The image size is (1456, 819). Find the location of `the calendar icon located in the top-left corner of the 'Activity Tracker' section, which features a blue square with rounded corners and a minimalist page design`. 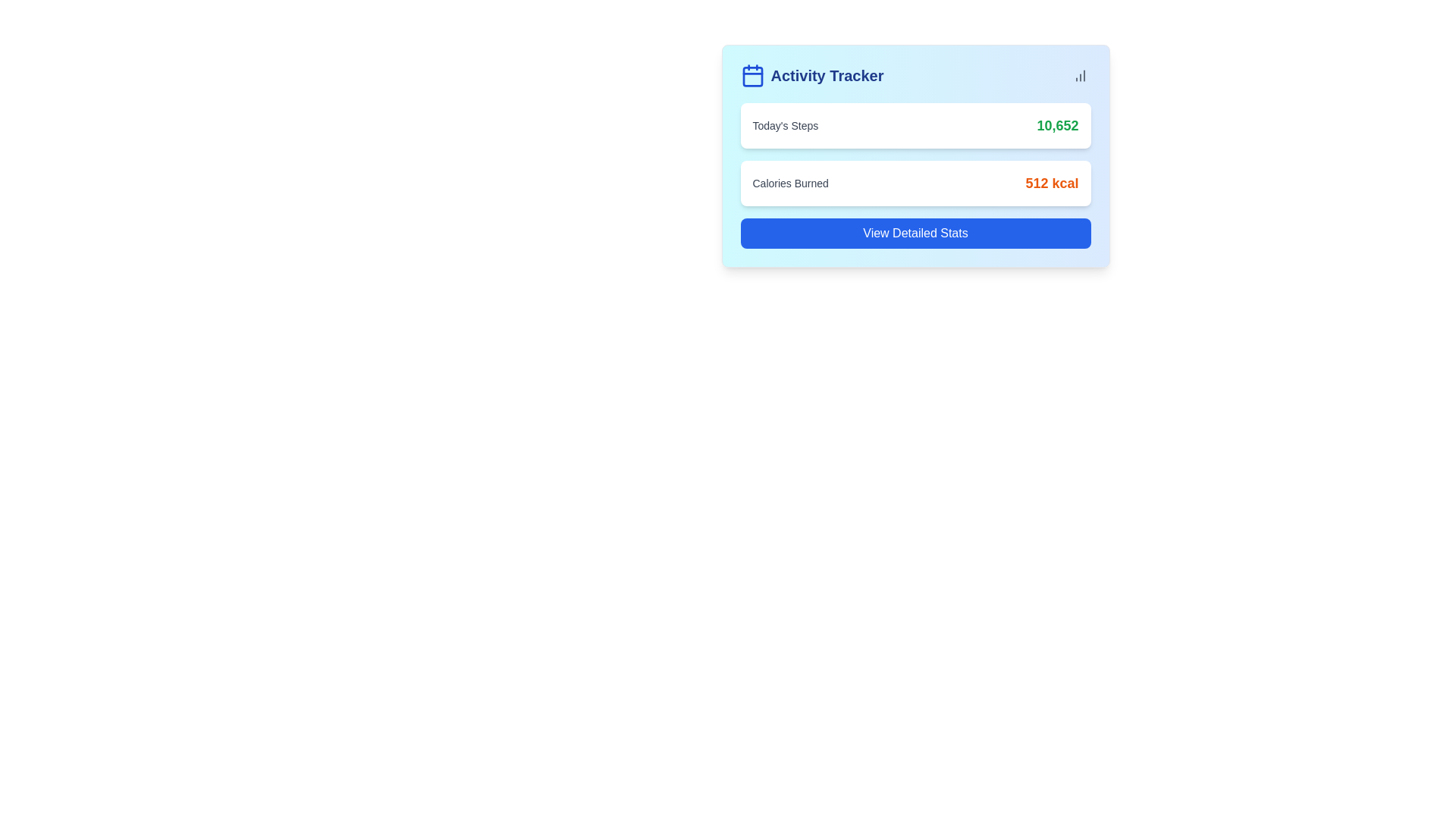

the calendar icon located in the top-left corner of the 'Activity Tracker' section, which features a blue square with rounded corners and a minimalist page design is located at coordinates (752, 76).